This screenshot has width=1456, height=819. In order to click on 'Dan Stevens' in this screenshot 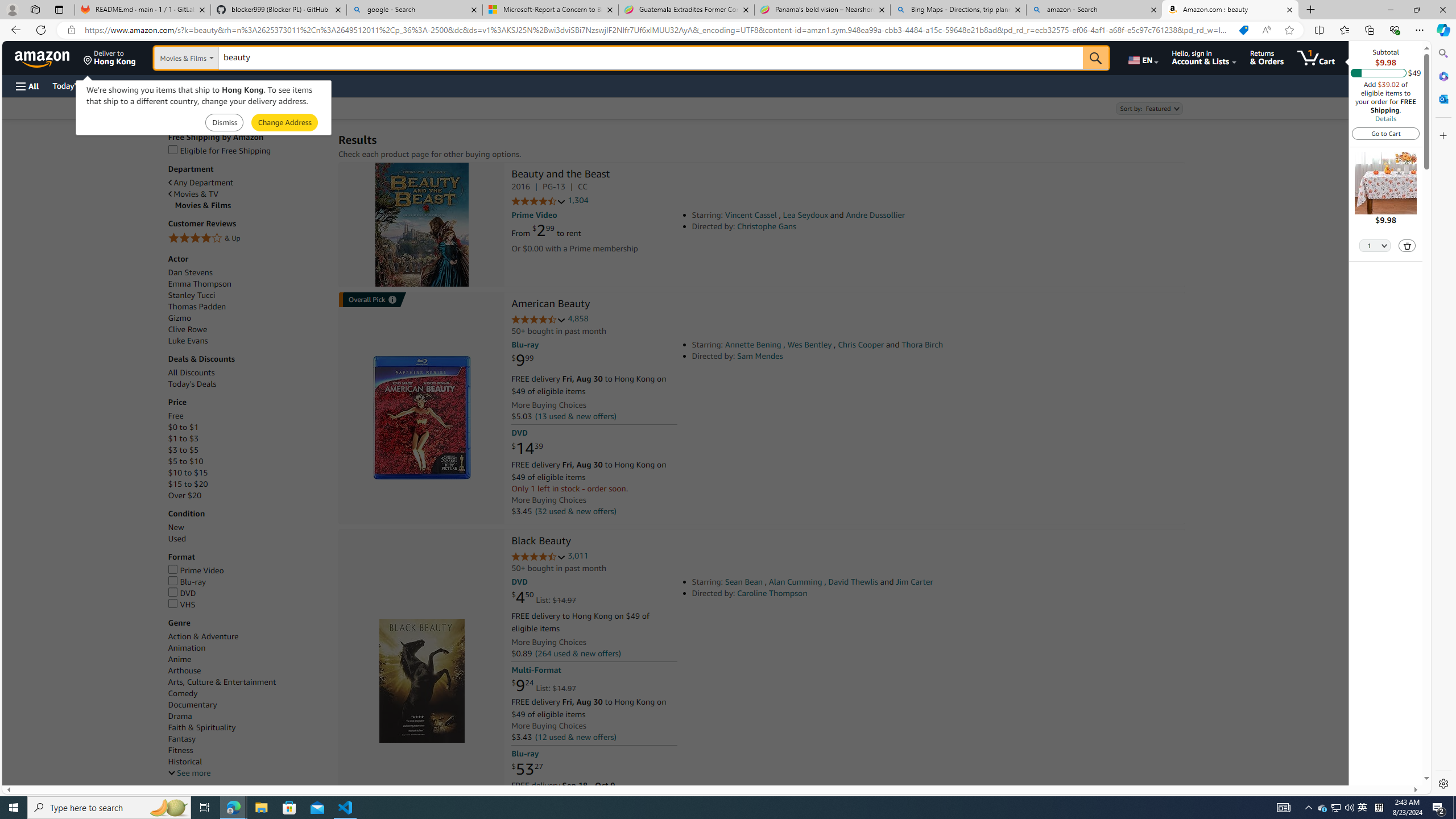, I will do `click(190, 272)`.